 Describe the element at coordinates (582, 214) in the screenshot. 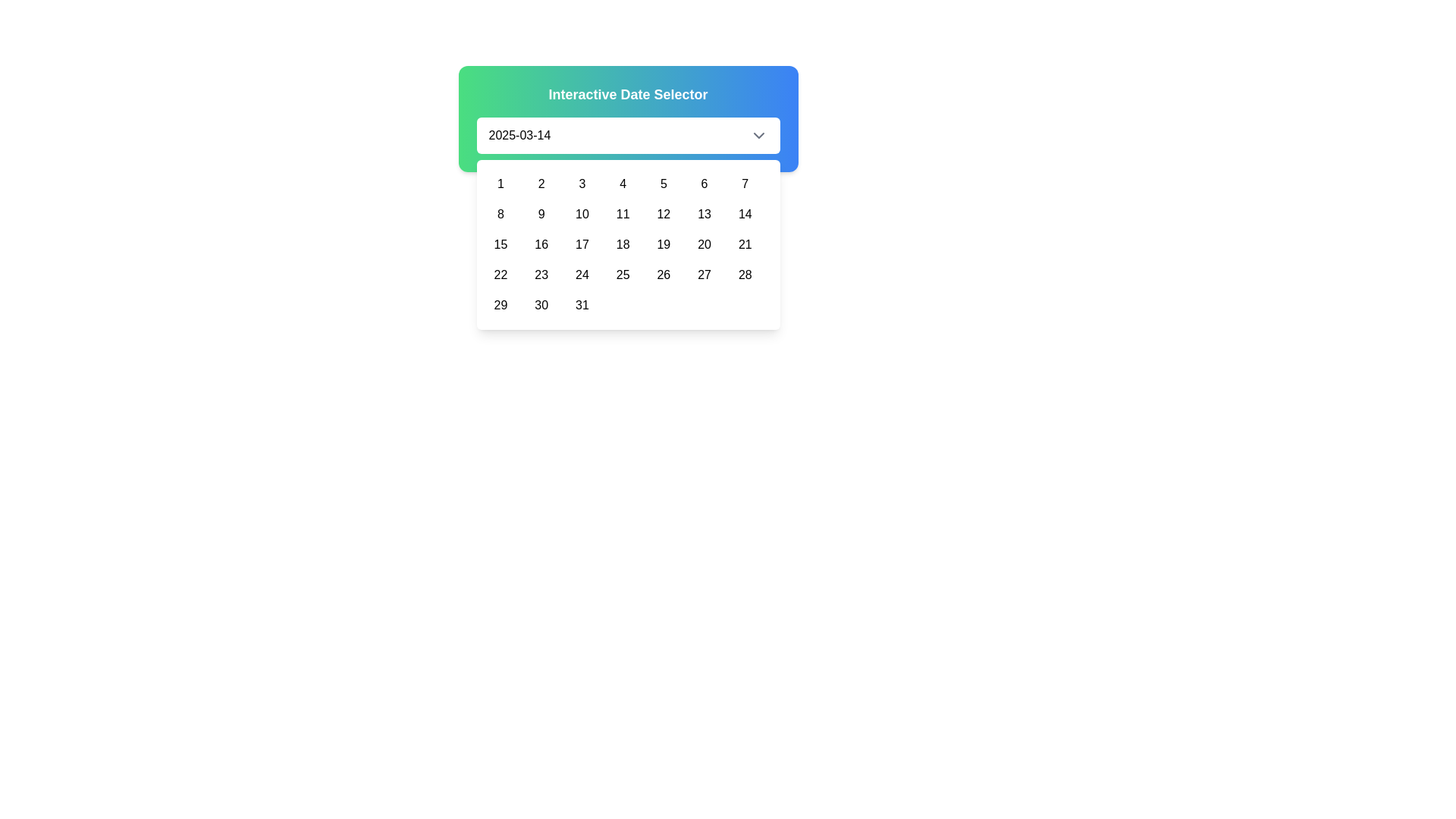

I see `the button that selects the 10th day of the month in the calendar dropdown to trigger a visual effect` at that location.